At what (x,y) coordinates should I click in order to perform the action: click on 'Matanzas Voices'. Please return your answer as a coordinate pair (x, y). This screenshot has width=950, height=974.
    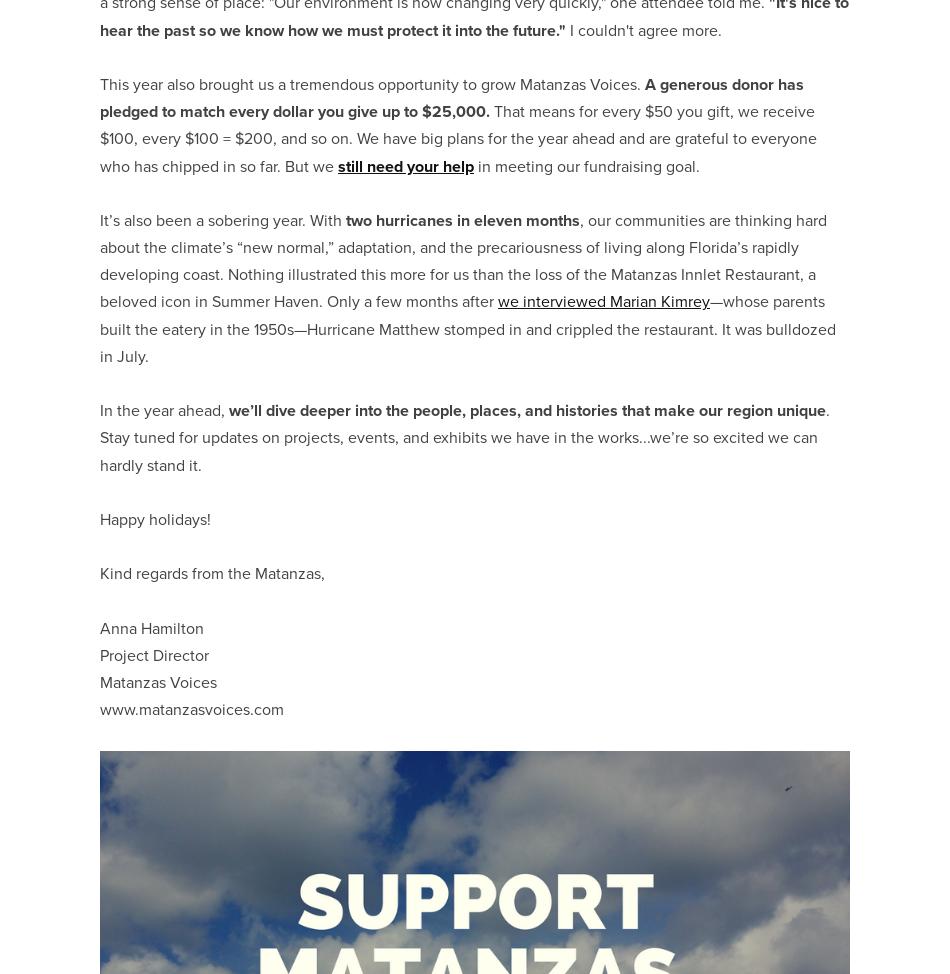
    Looking at the image, I should click on (158, 682).